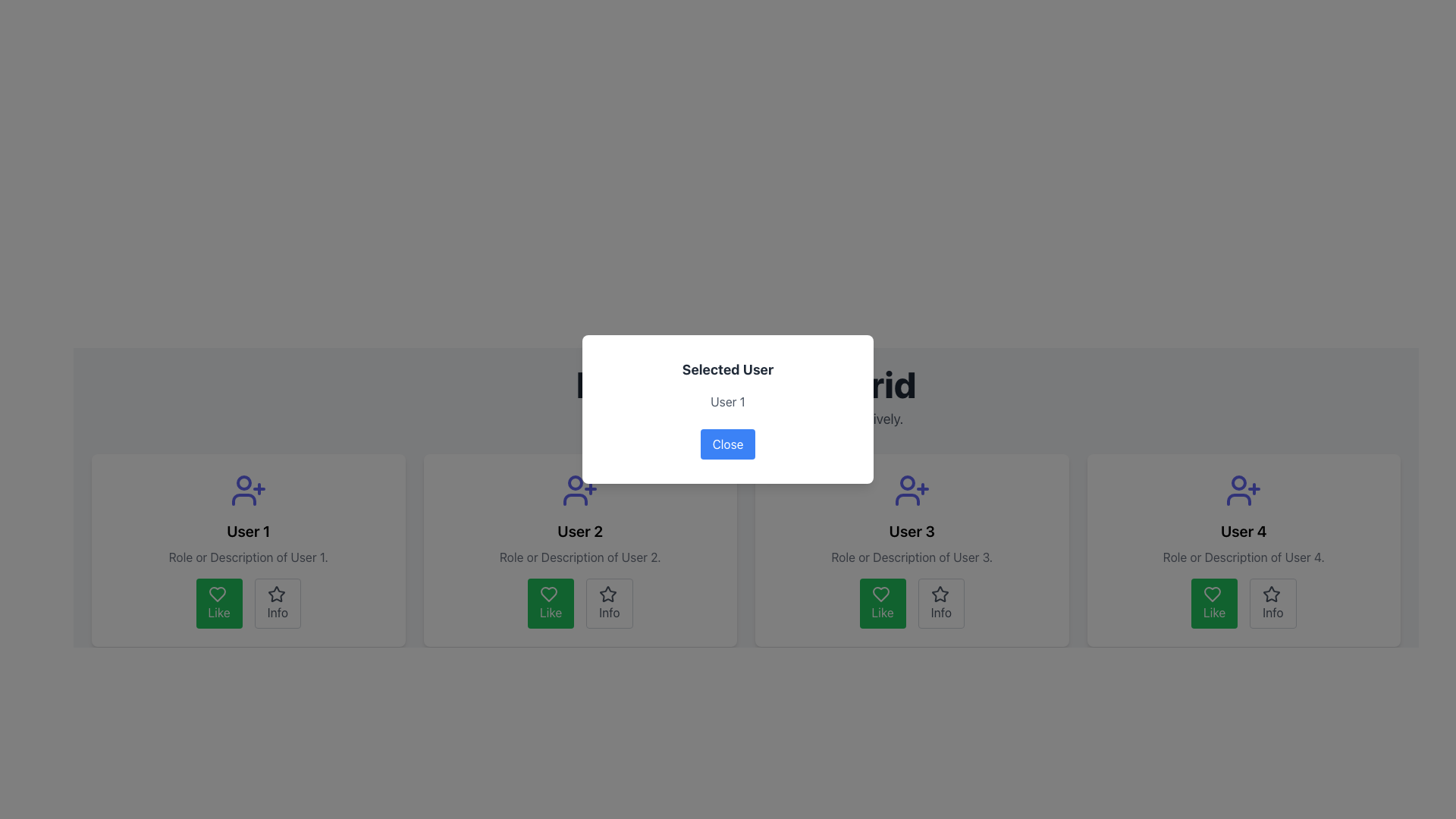 This screenshot has height=819, width=1456. Describe the element at coordinates (728, 400) in the screenshot. I see `the Text Label that displays the name of the selected user, positioned in the middle of a column within the modal dialog box` at that location.